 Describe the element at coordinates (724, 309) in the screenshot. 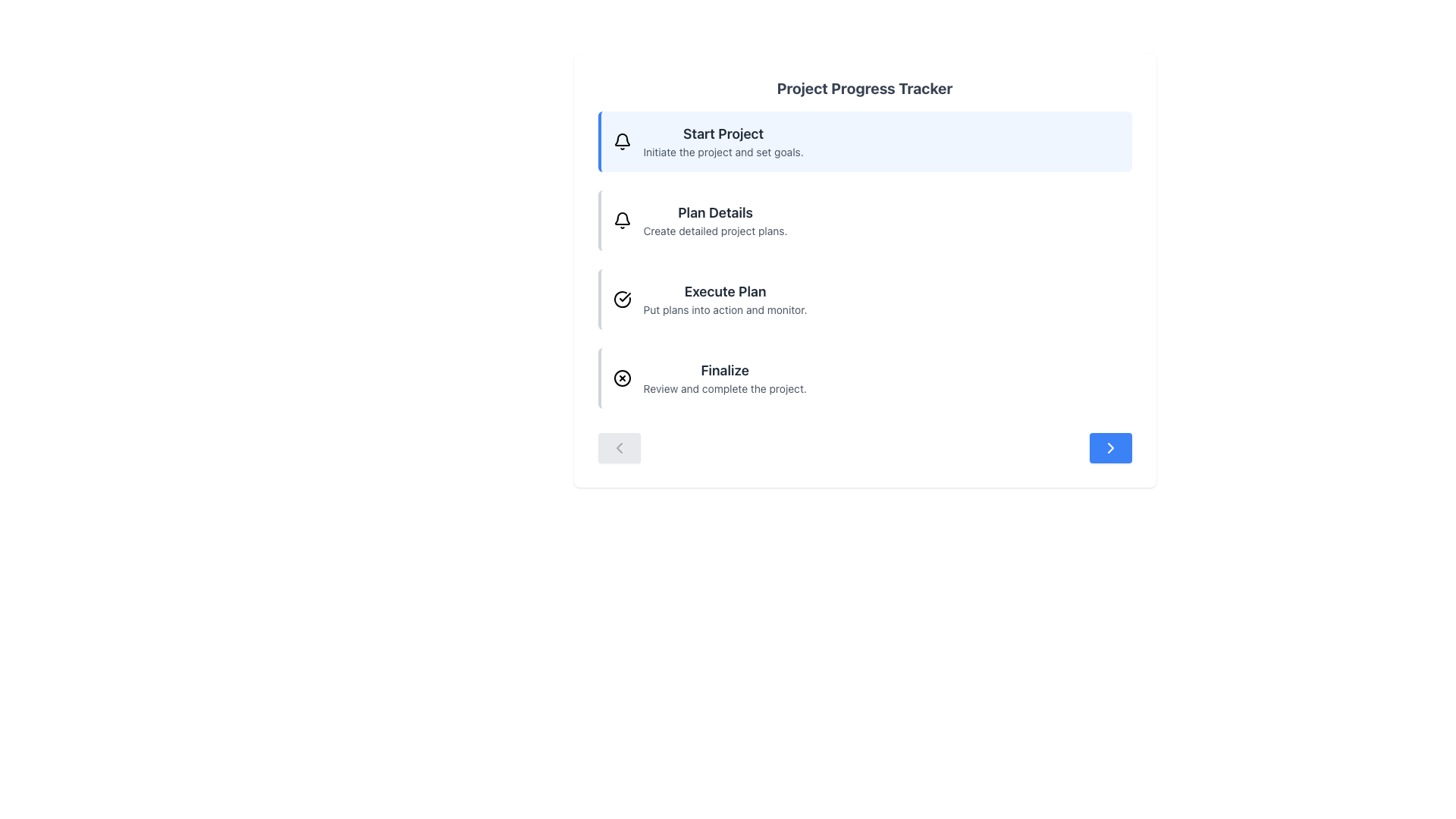

I see `text label that says 'Put plans into action and monitor.' which is located below the heading 'Execute Plan'` at that location.